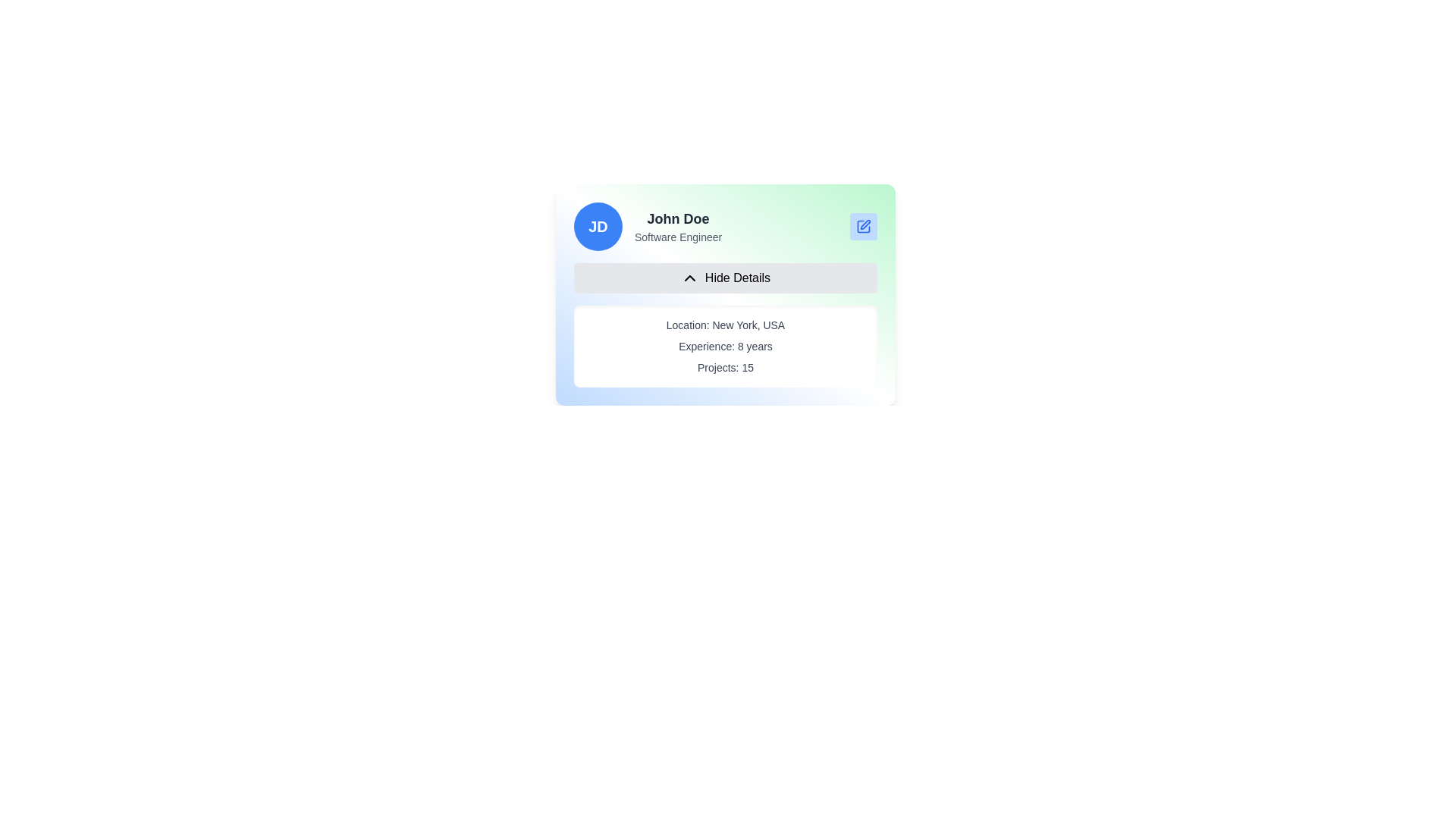  What do you see at coordinates (738, 278) in the screenshot?
I see `the 'Hide Details' text label within the button` at bounding box center [738, 278].